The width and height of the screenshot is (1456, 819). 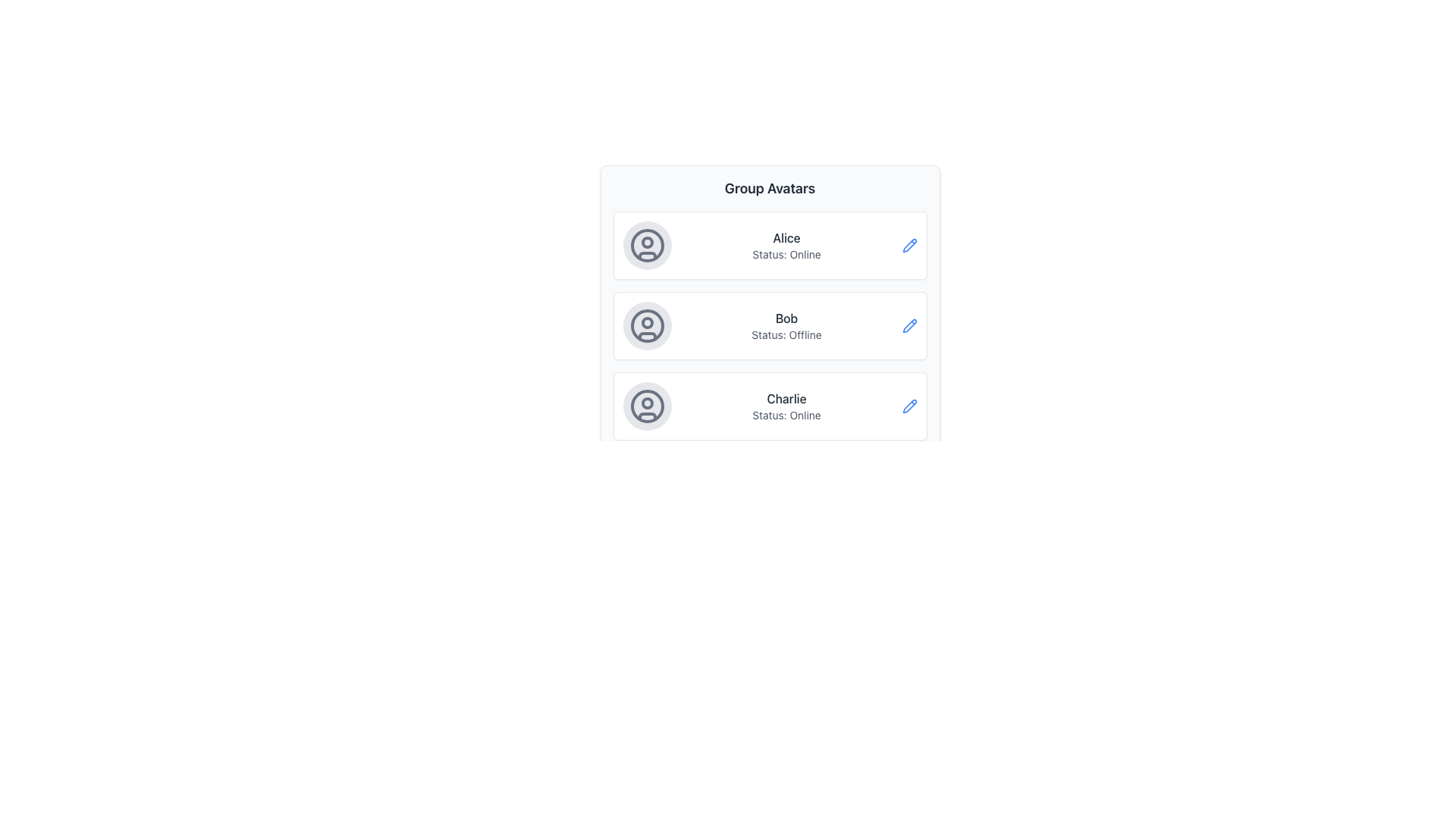 What do you see at coordinates (647, 406) in the screenshot?
I see `the circular SVG graphic element representing the user avatar for 'Charlie', which is the third user icon in the vertical list, located below 'Bob' and 'Alice'` at bounding box center [647, 406].